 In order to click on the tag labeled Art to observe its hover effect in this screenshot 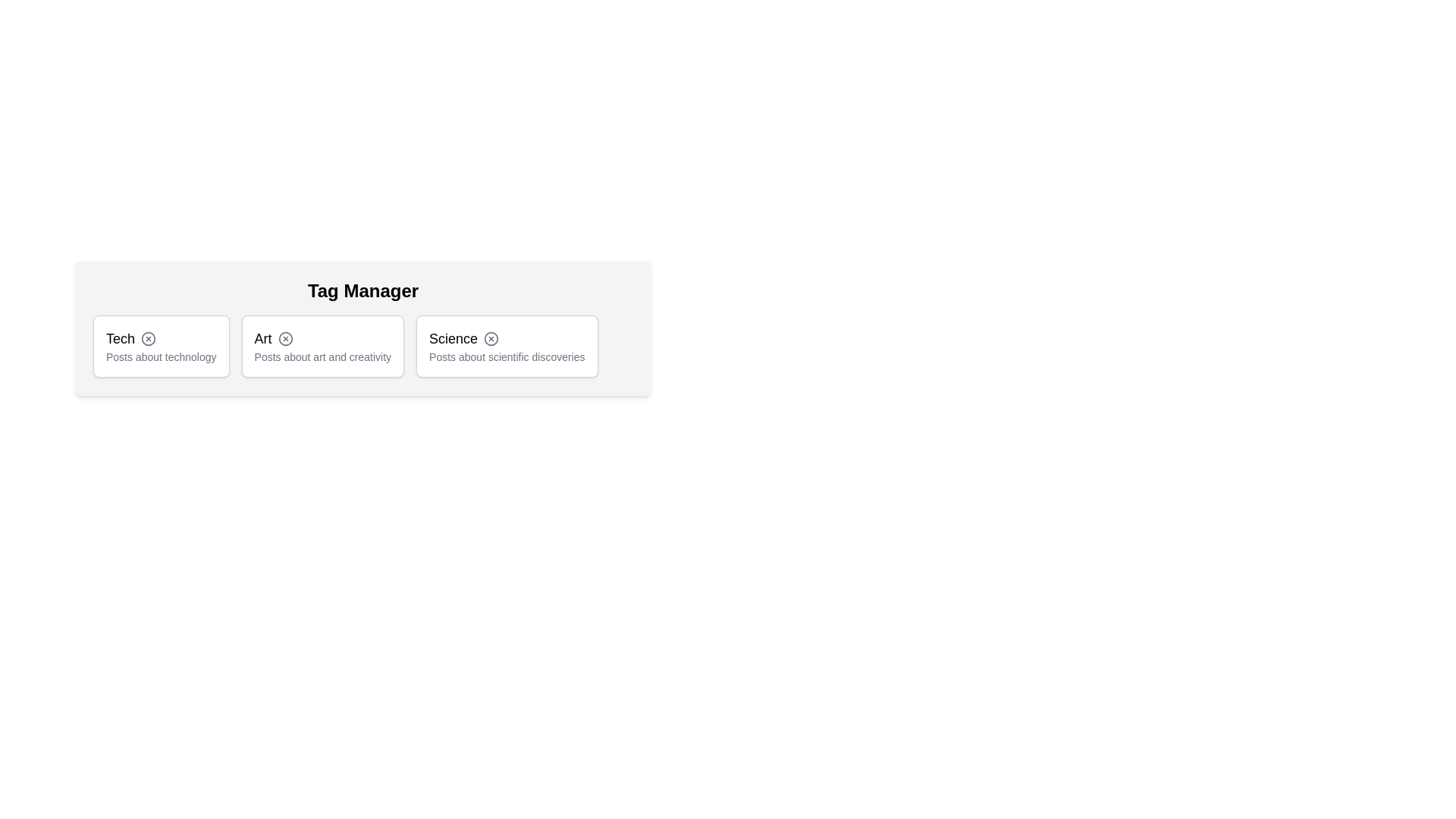, I will do `click(322, 346)`.